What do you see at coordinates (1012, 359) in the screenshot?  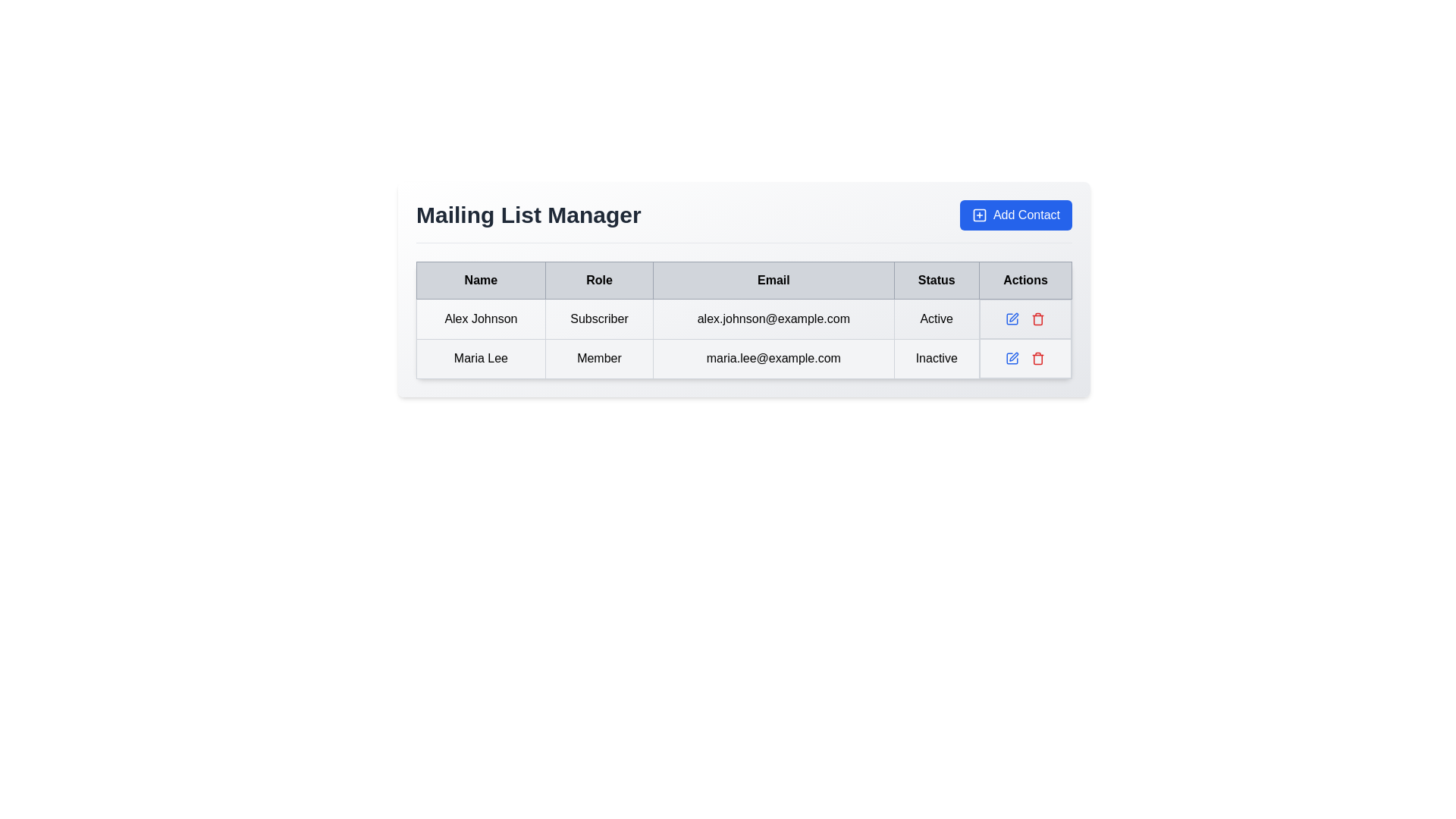 I see `the edit button located in the 'Actions' column of the second row in the data table` at bounding box center [1012, 359].